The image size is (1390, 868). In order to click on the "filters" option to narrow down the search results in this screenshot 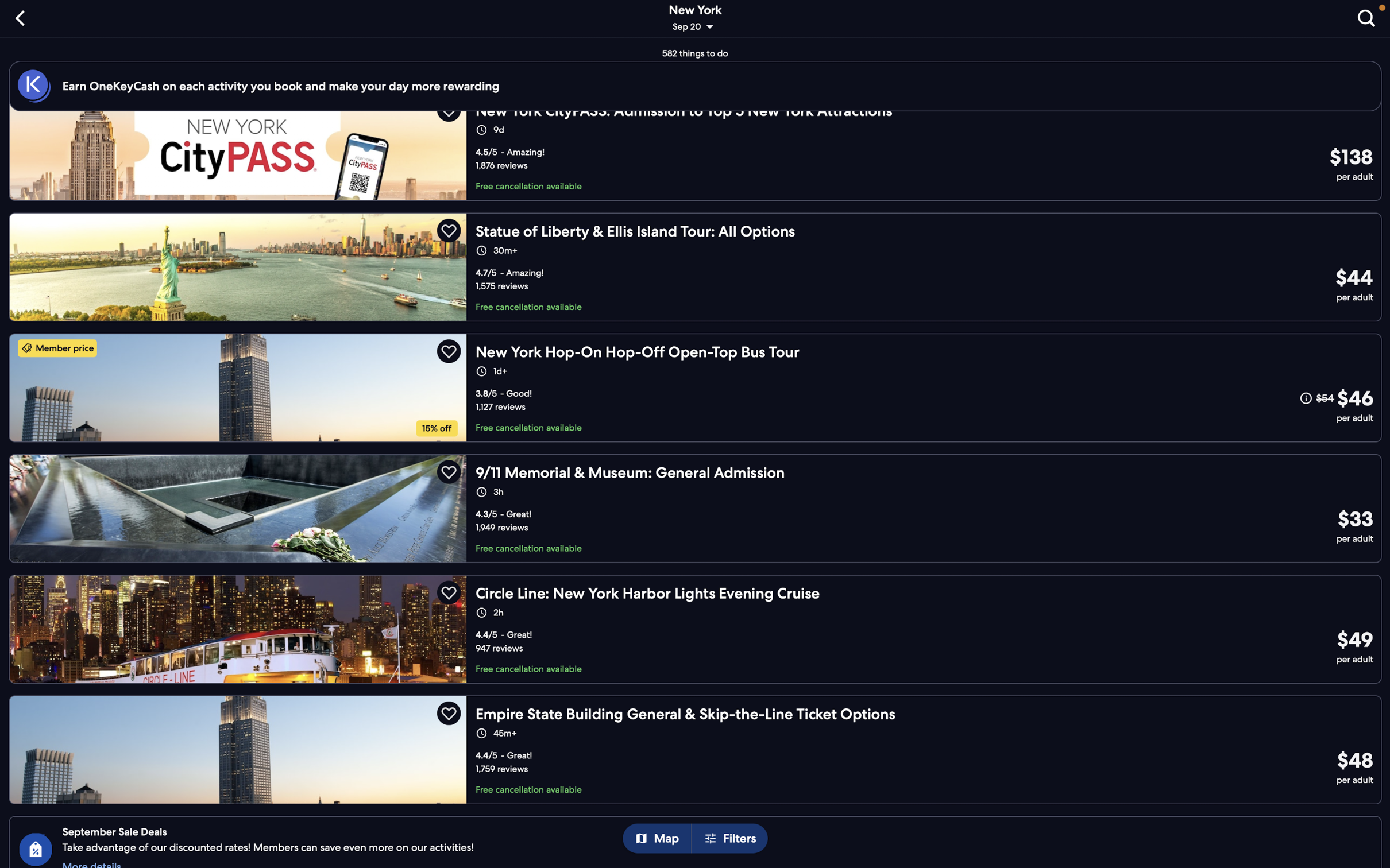, I will do `click(733, 839)`.